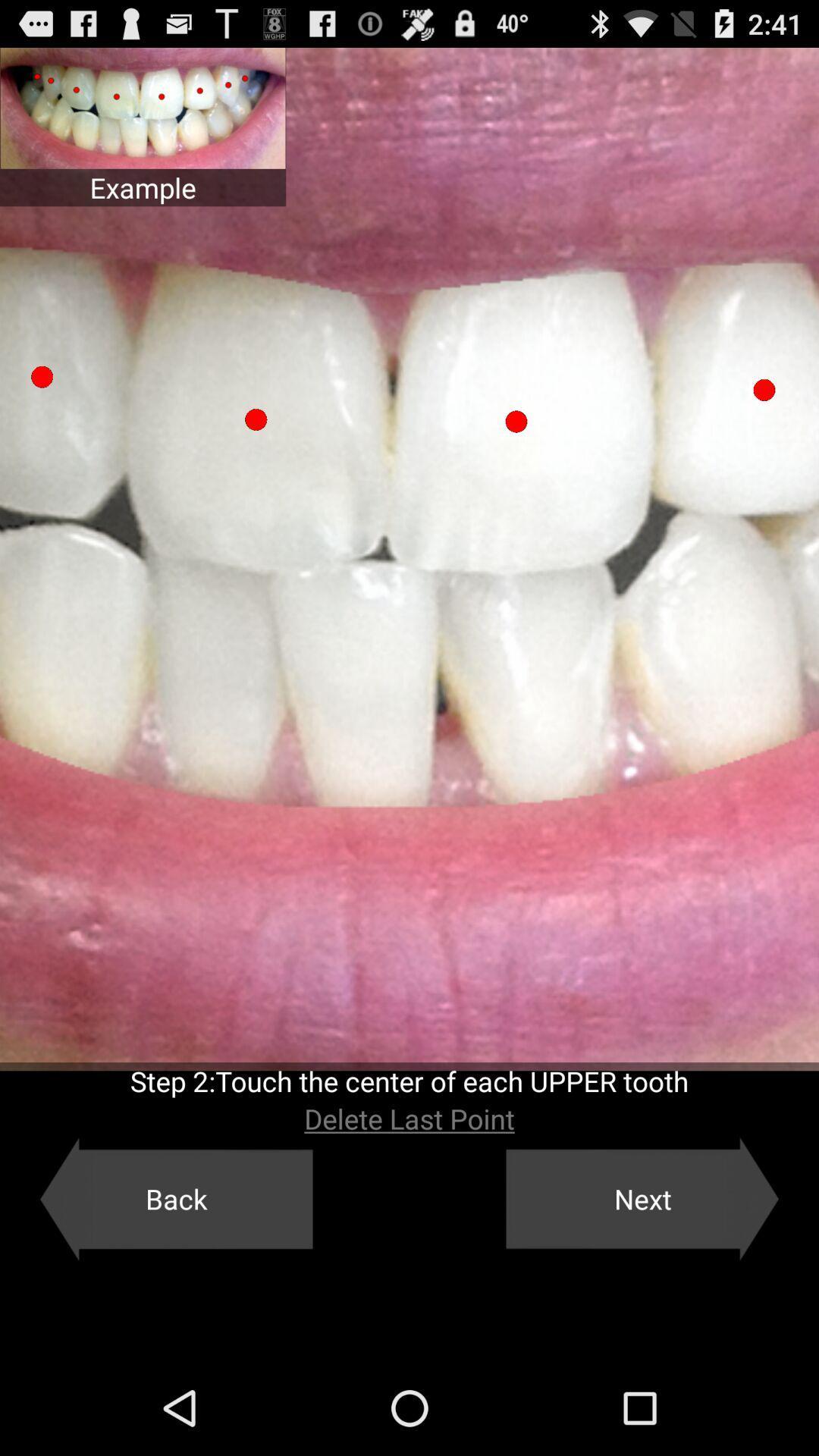 Image resolution: width=819 pixels, height=1456 pixels. Describe the element at coordinates (642, 1198) in the screenshot. I see `the next item` at that location.